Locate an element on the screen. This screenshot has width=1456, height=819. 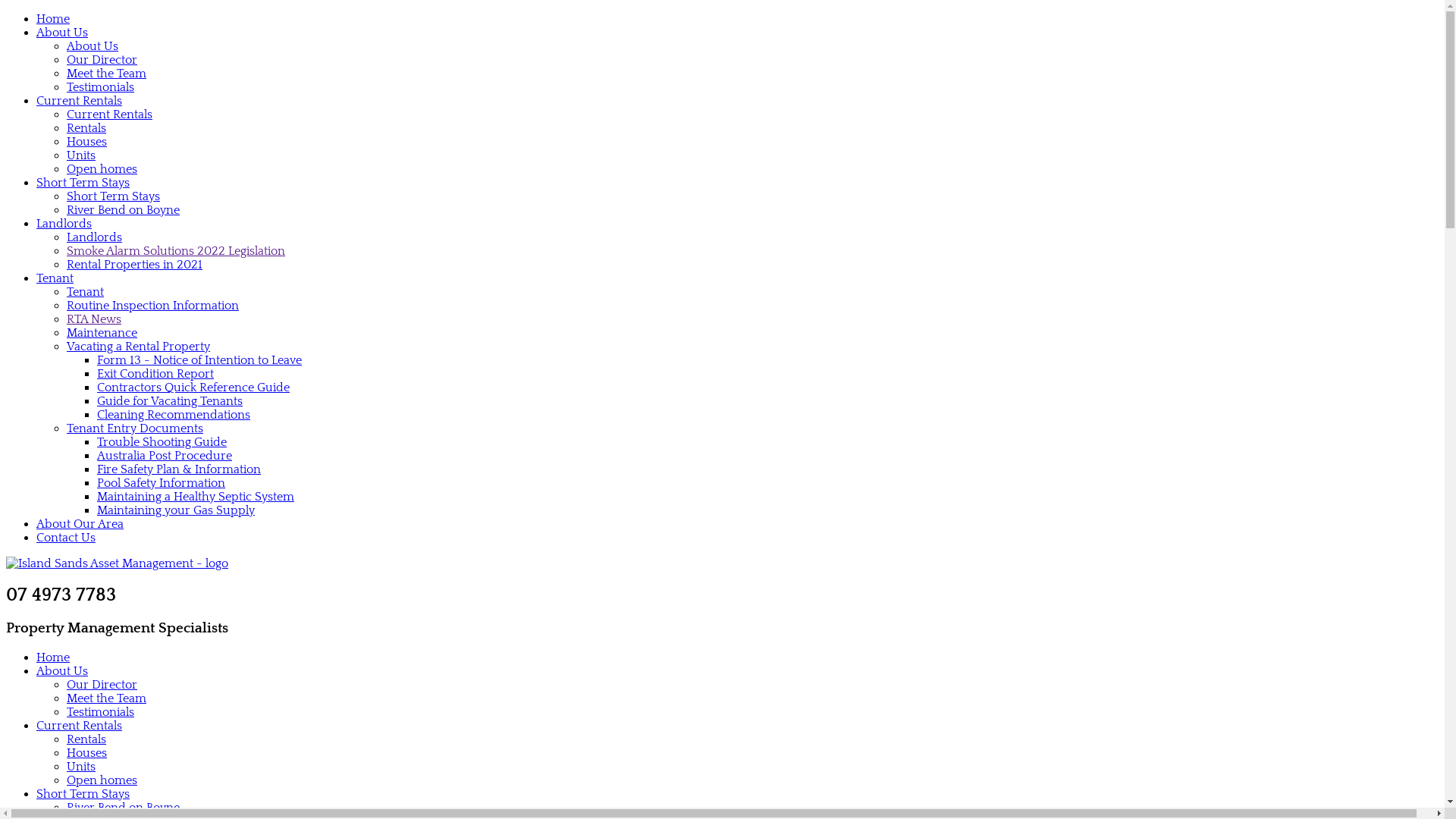
'Maintaining your Gas Supply' is located at coordinates (175, 510).